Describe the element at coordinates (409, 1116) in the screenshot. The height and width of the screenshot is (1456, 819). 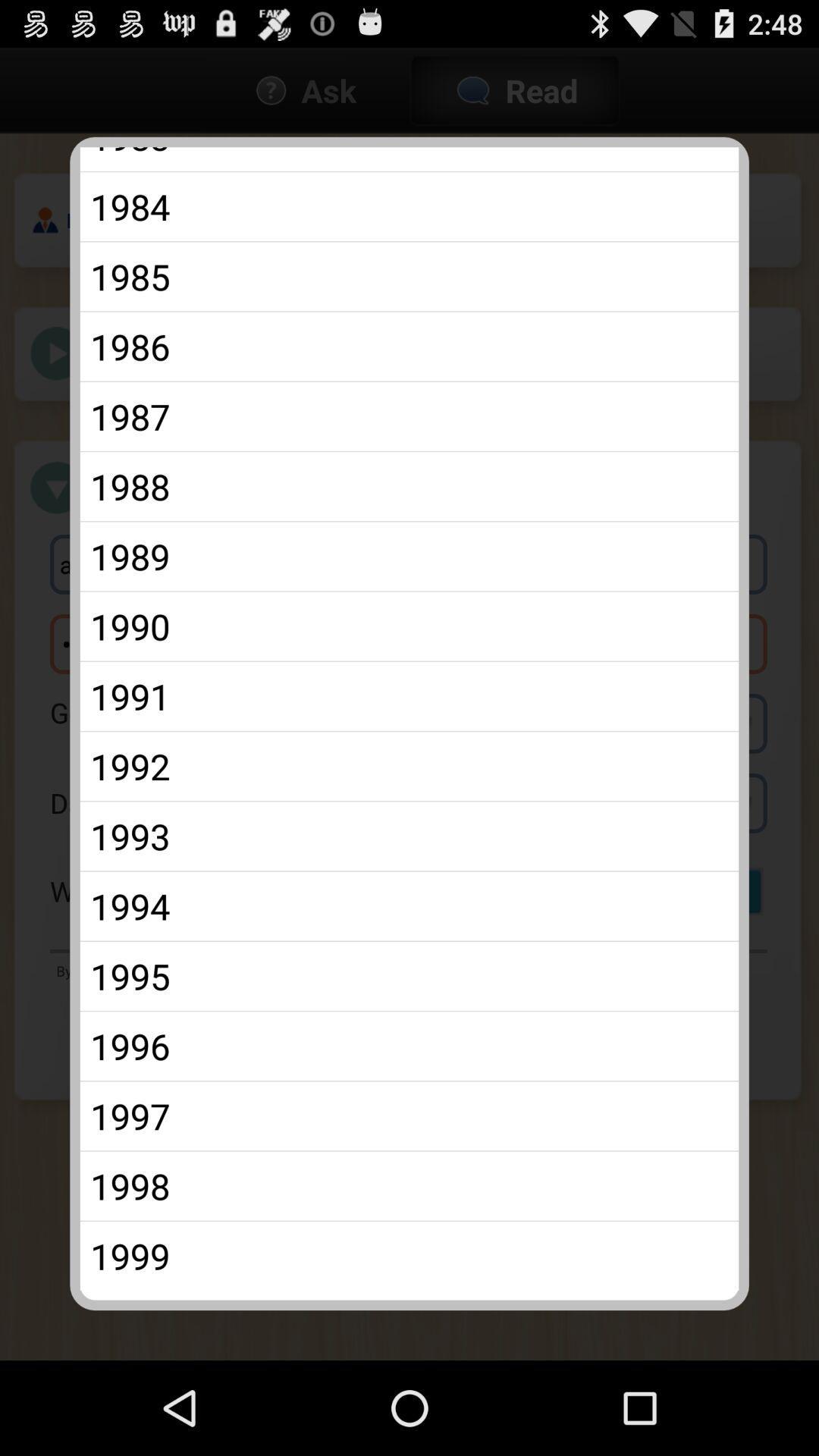
I see `item below the 1996` at that location.